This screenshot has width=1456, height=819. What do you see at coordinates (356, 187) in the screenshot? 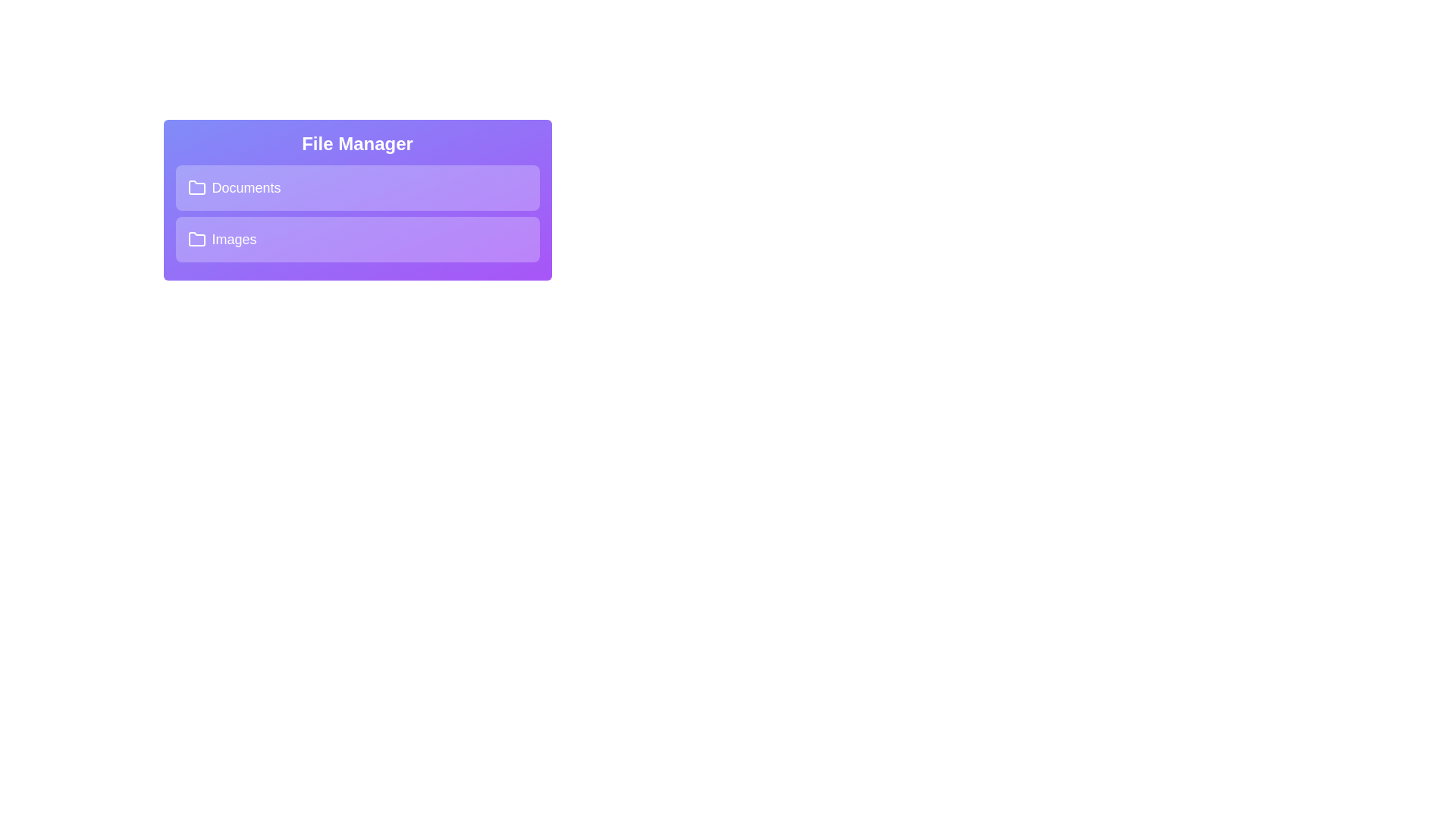
I see `the folder title area to expand or collapse it. Specify the folder name as Documents` at bounding box center [356, 187].